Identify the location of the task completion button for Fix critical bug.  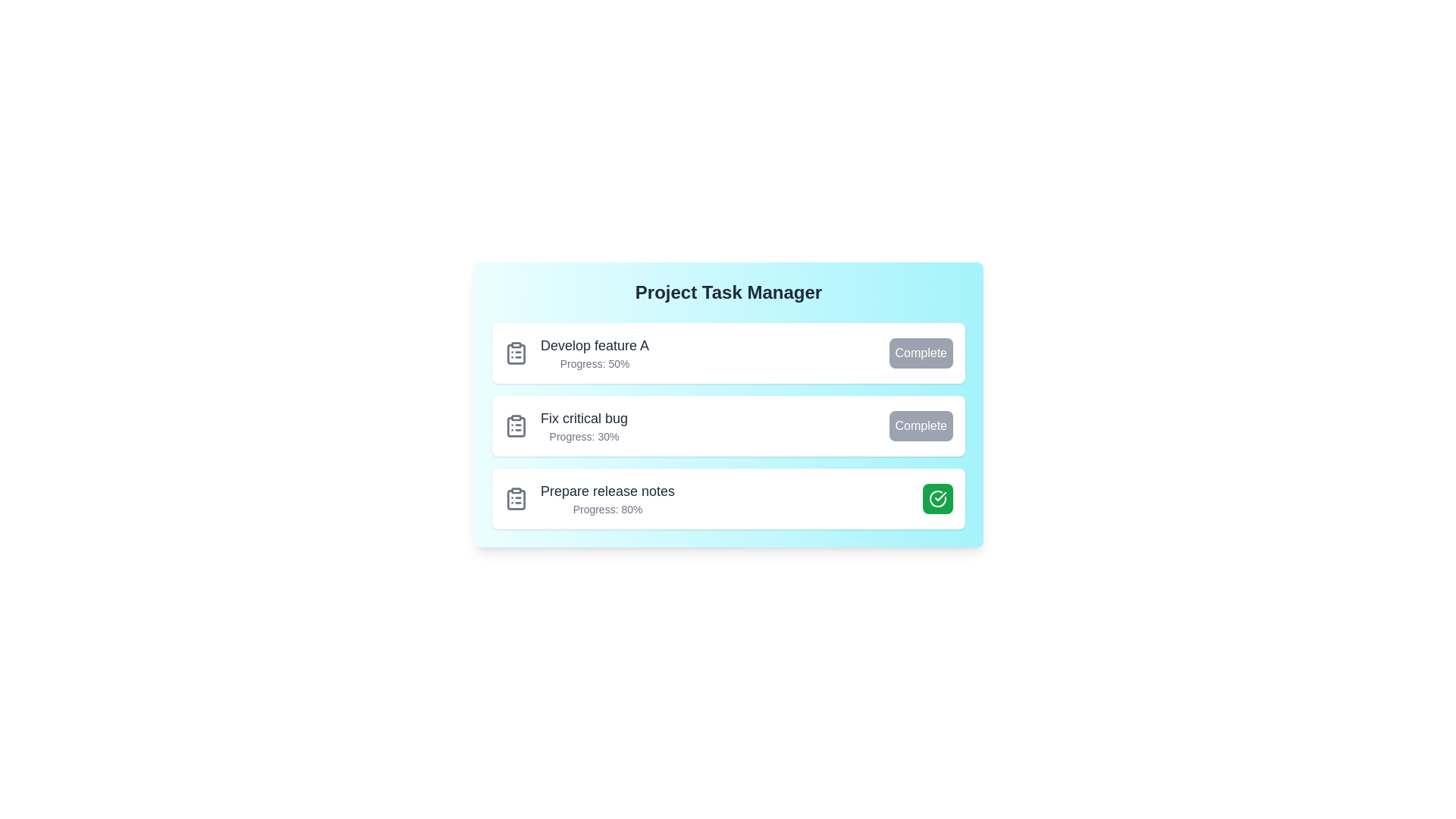
(920, 426).